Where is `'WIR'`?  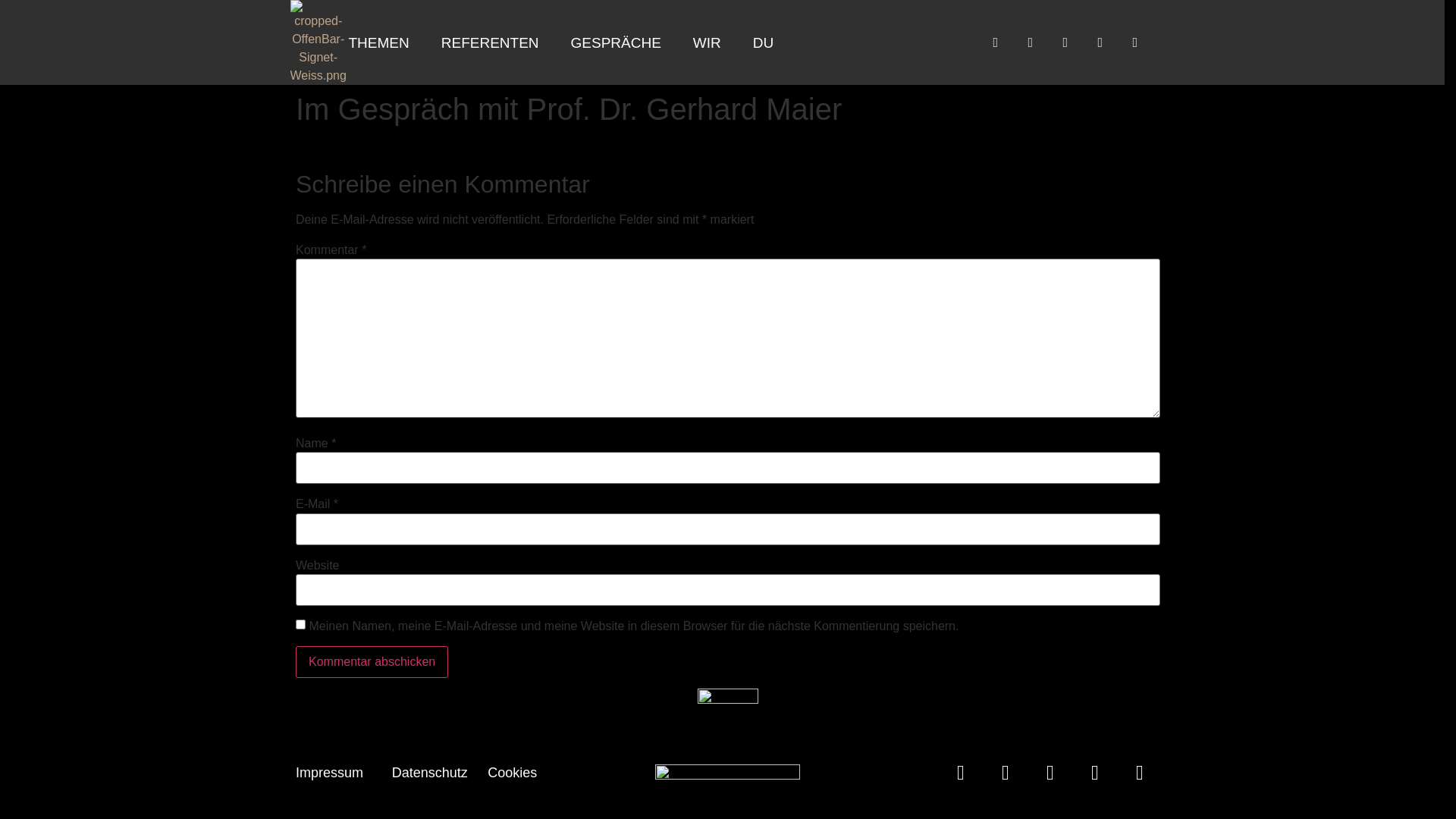 'WIR' is located at coordinates (676, 42).